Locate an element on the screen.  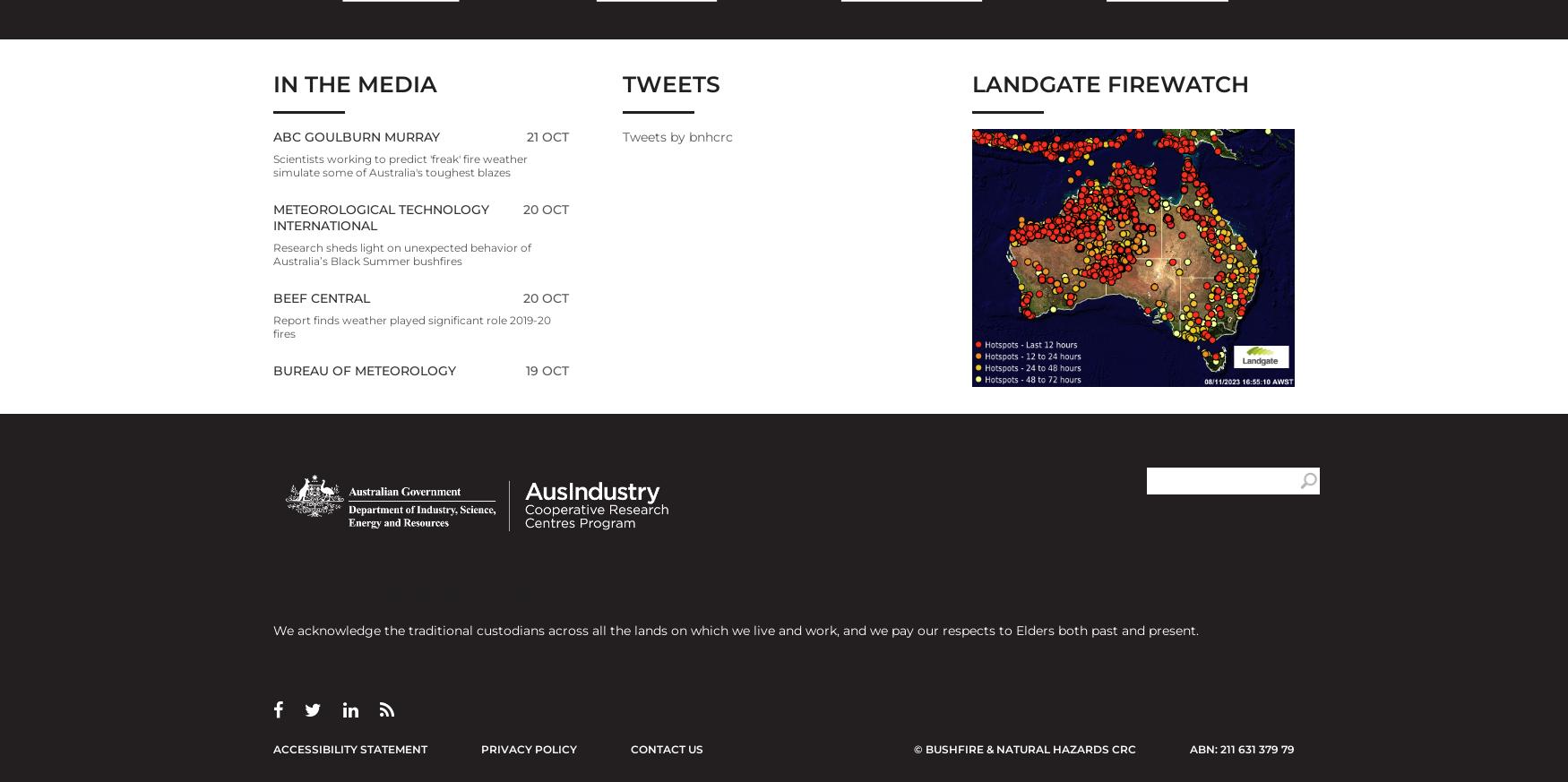
'ABC Goulburn Murray' is located at coordinates (355, 135).